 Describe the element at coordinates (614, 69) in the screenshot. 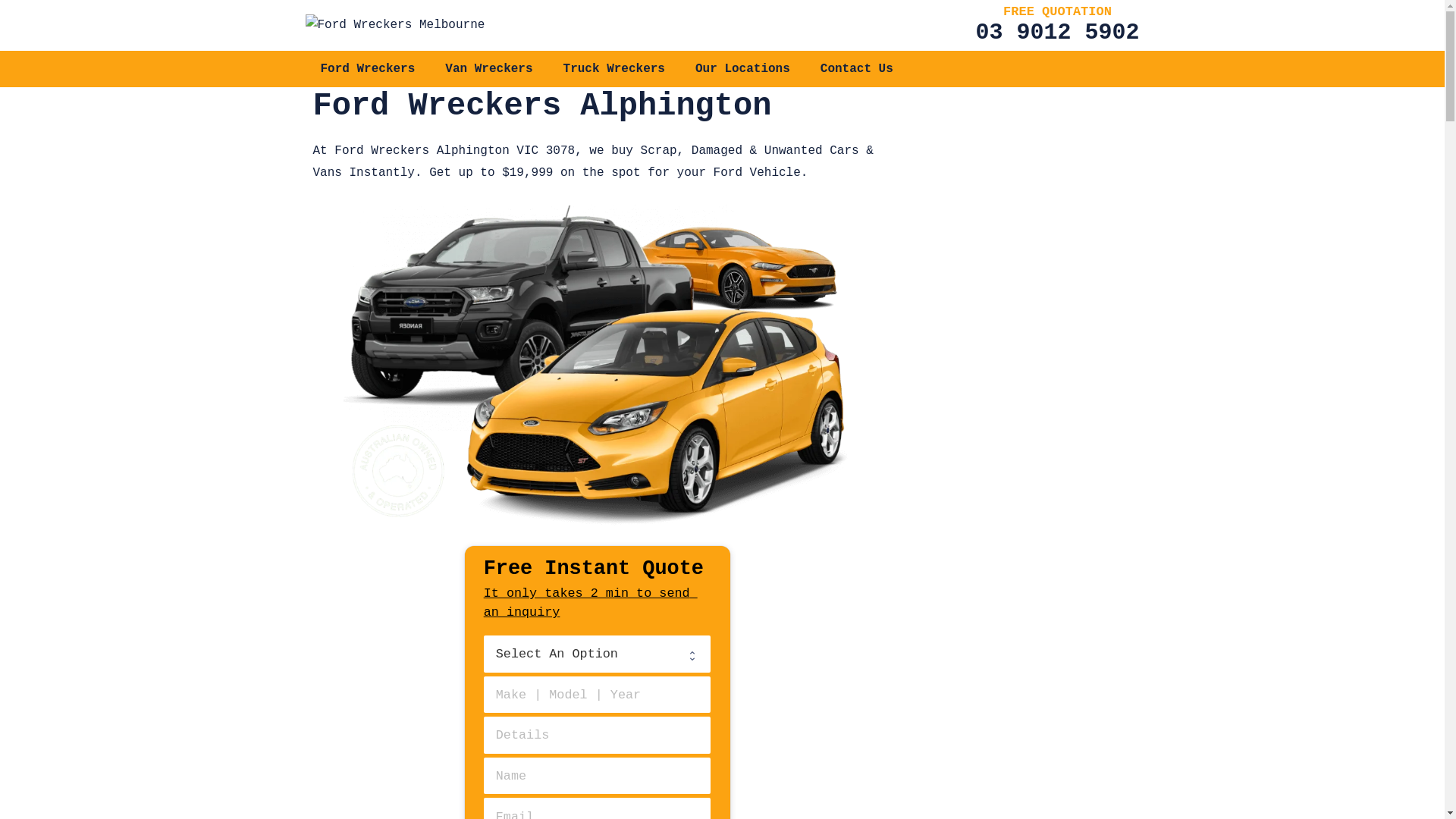

I see `'Truck Wreckers'` at that location.